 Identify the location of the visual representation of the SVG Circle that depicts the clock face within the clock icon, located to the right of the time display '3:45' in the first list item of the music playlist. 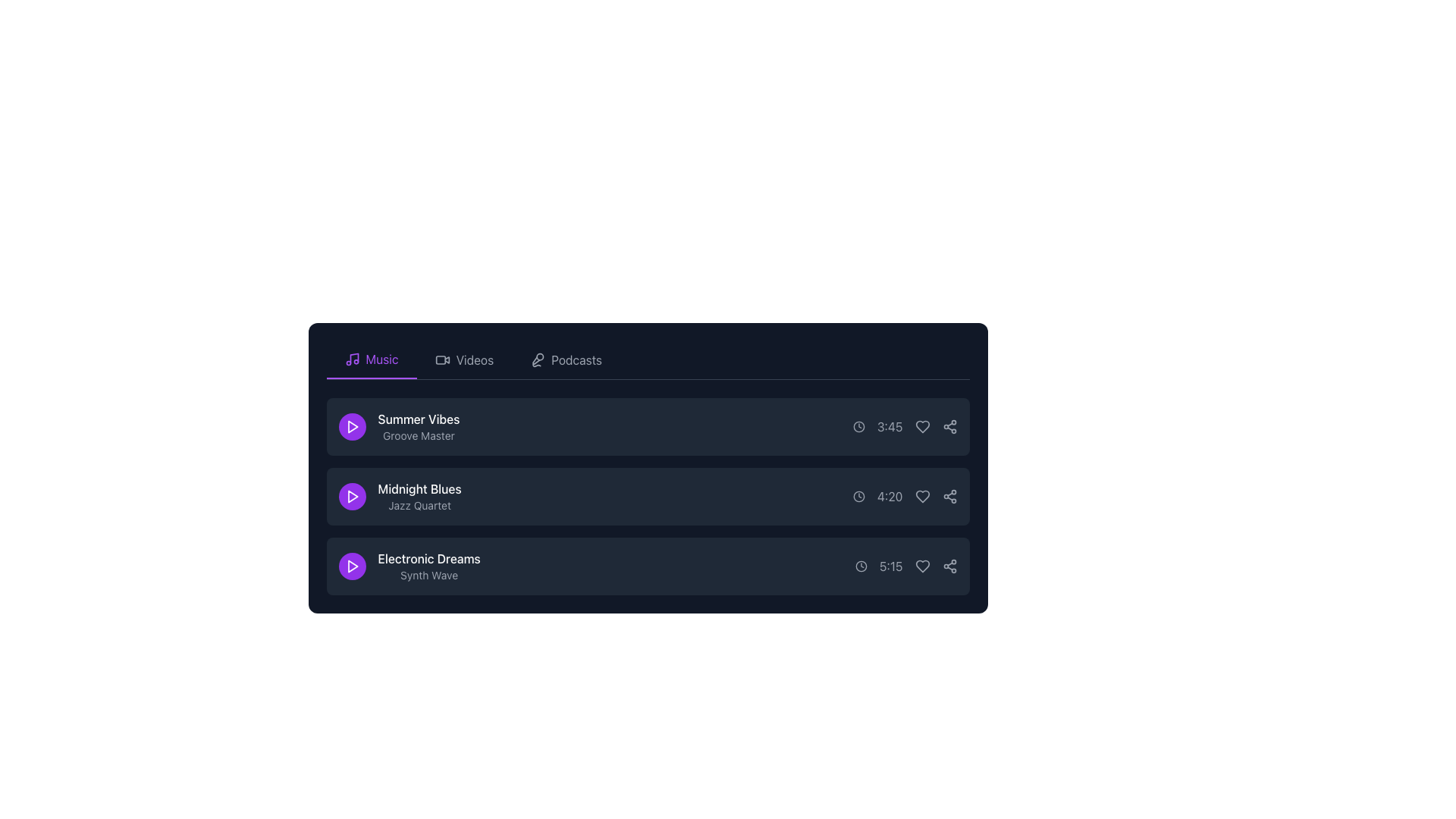
(858, 427).